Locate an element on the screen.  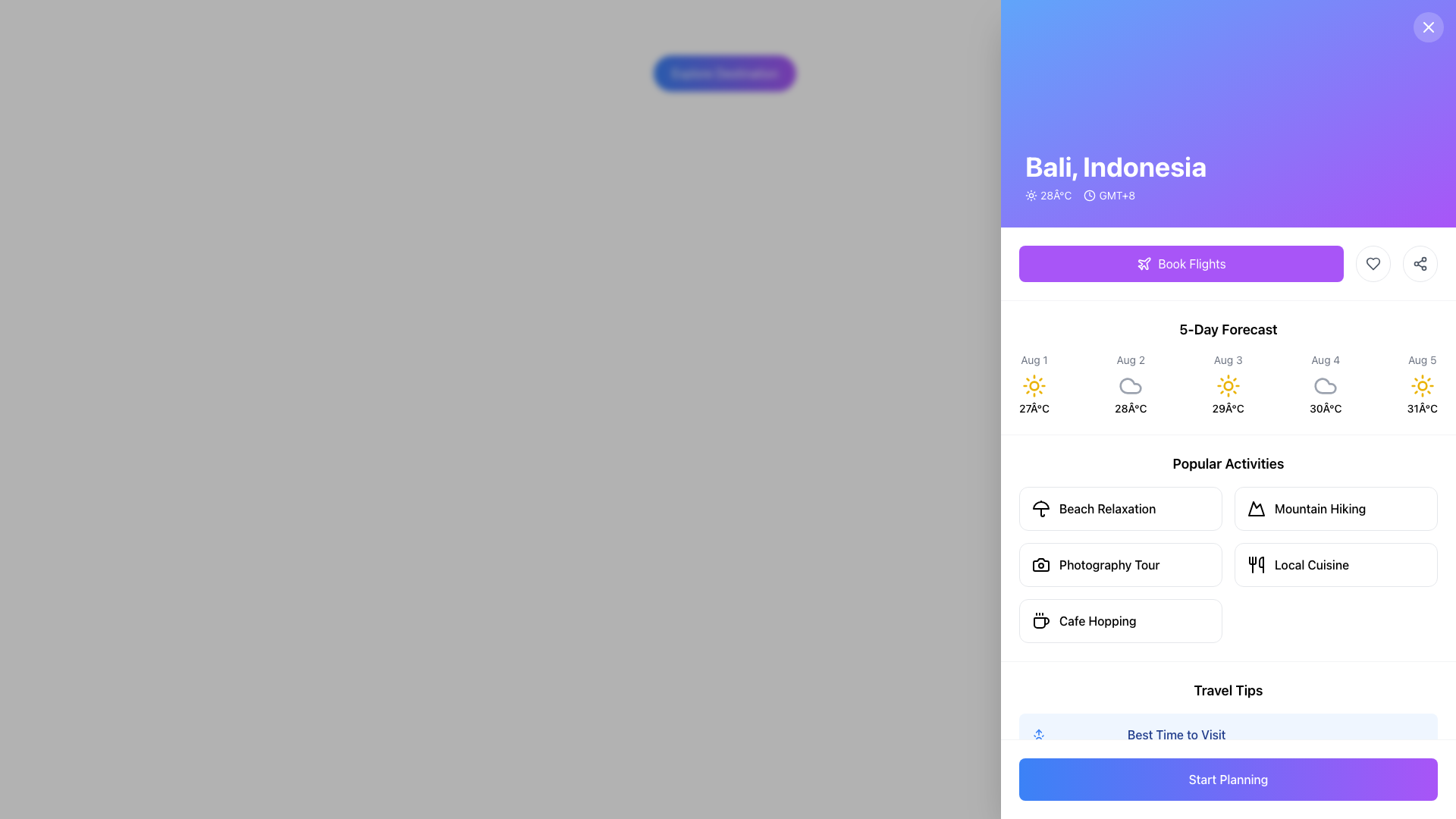
the text label displaying the temperature '29°C' in the weather forecast section, positioned under 'Aug 3' is located at coordinates (1228, 408).